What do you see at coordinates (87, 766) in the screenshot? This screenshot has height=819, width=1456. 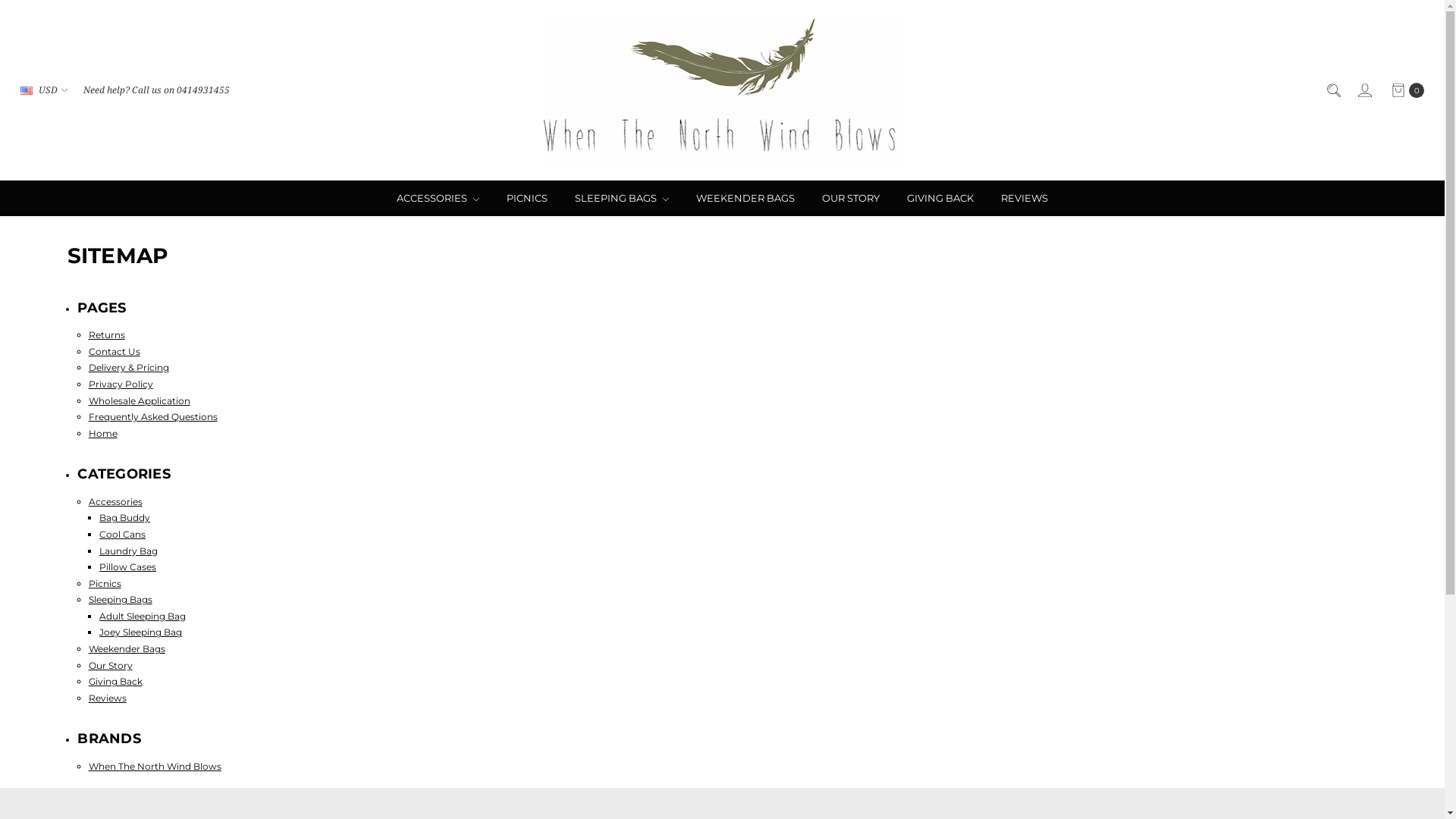 I see `'When The North Wind Blows'` at bounding box center [87, 766].